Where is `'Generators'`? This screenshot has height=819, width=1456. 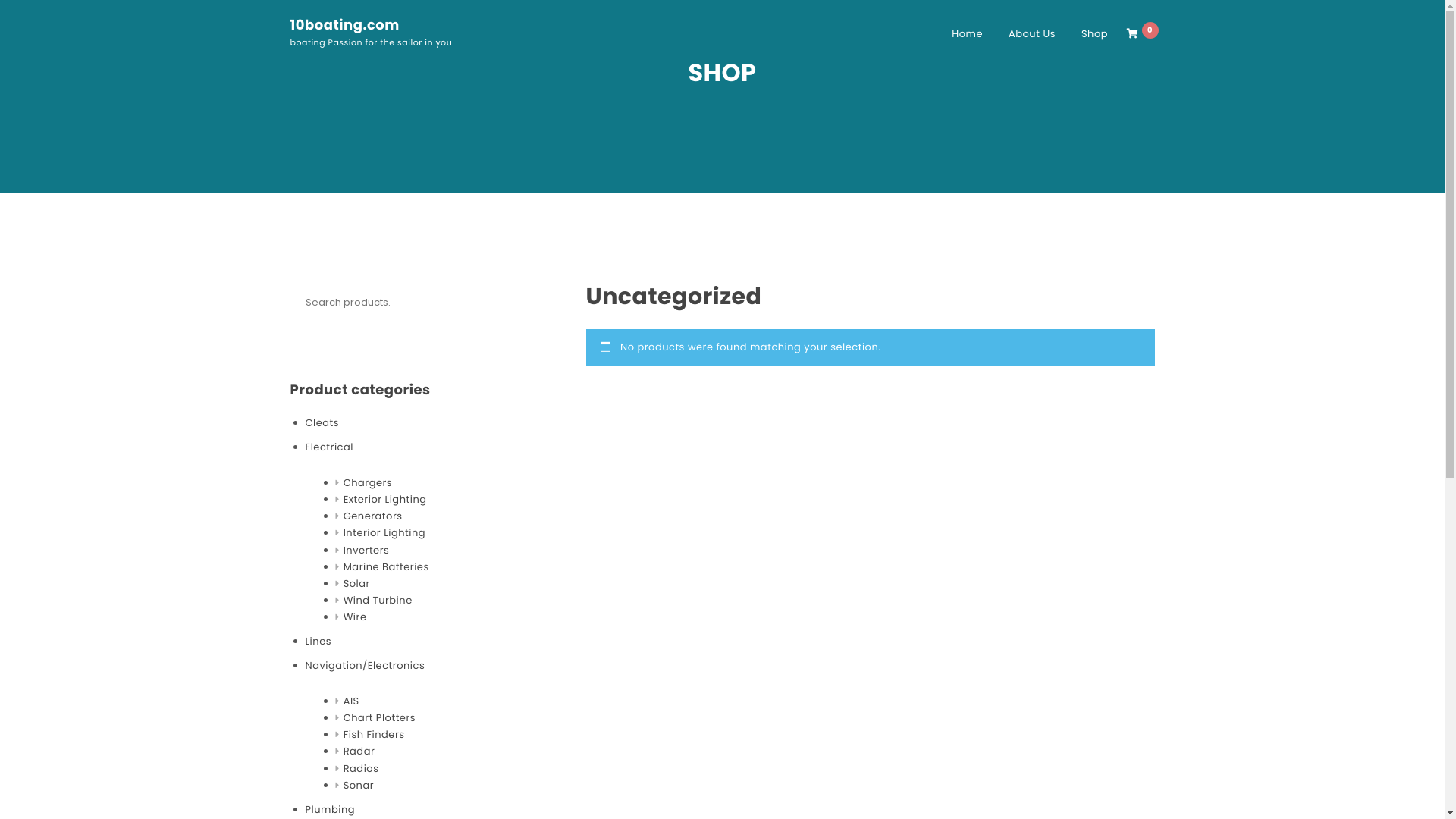
'Generators' is located at coordinates (342, 516).